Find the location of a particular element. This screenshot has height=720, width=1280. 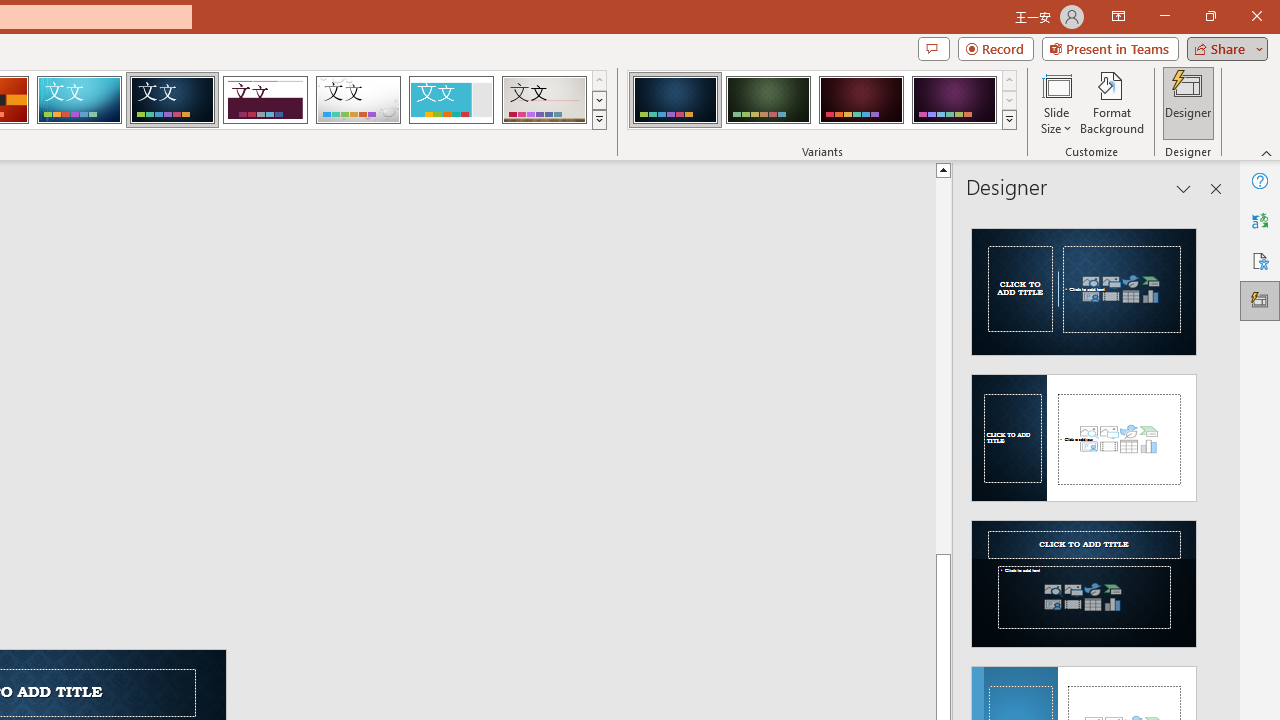

'Format Background' is located at coordinates (1111, 103).